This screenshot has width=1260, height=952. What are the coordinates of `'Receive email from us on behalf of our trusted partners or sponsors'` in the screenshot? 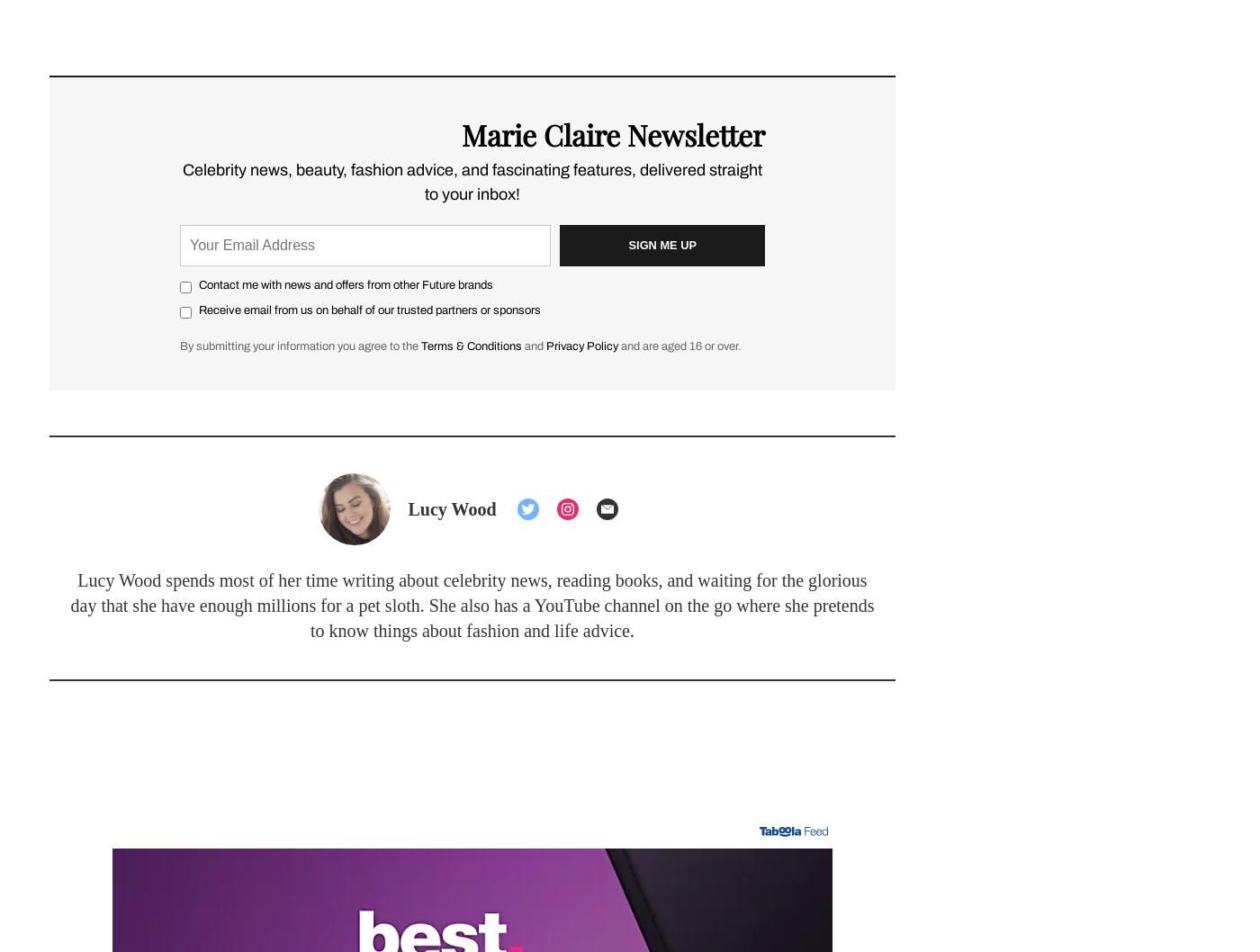 It's located at (370, 308).